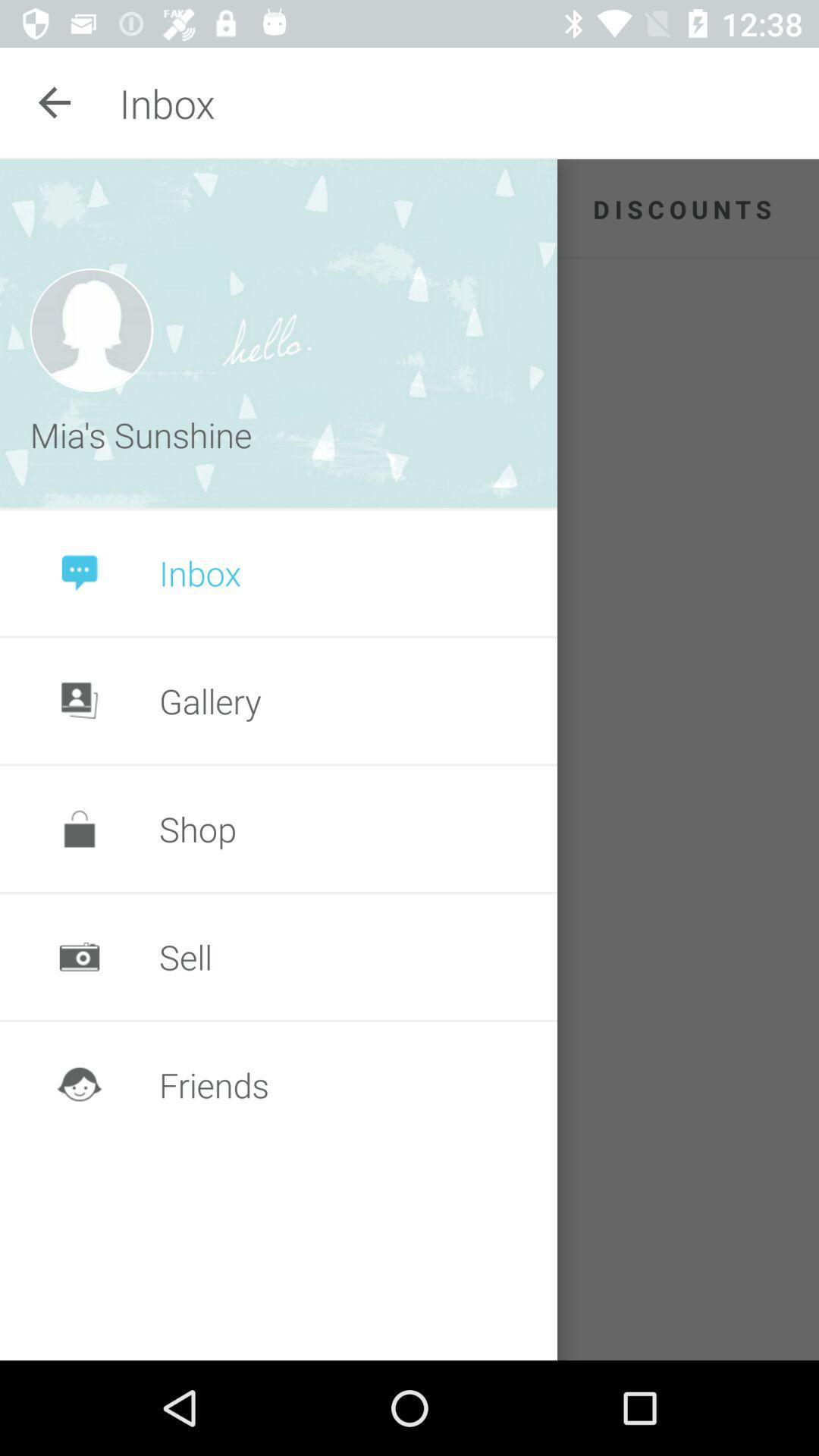 Image resolution: width=819 pixels, height=1456 pixels. I want to click on gallery icon, so click(210, 700).